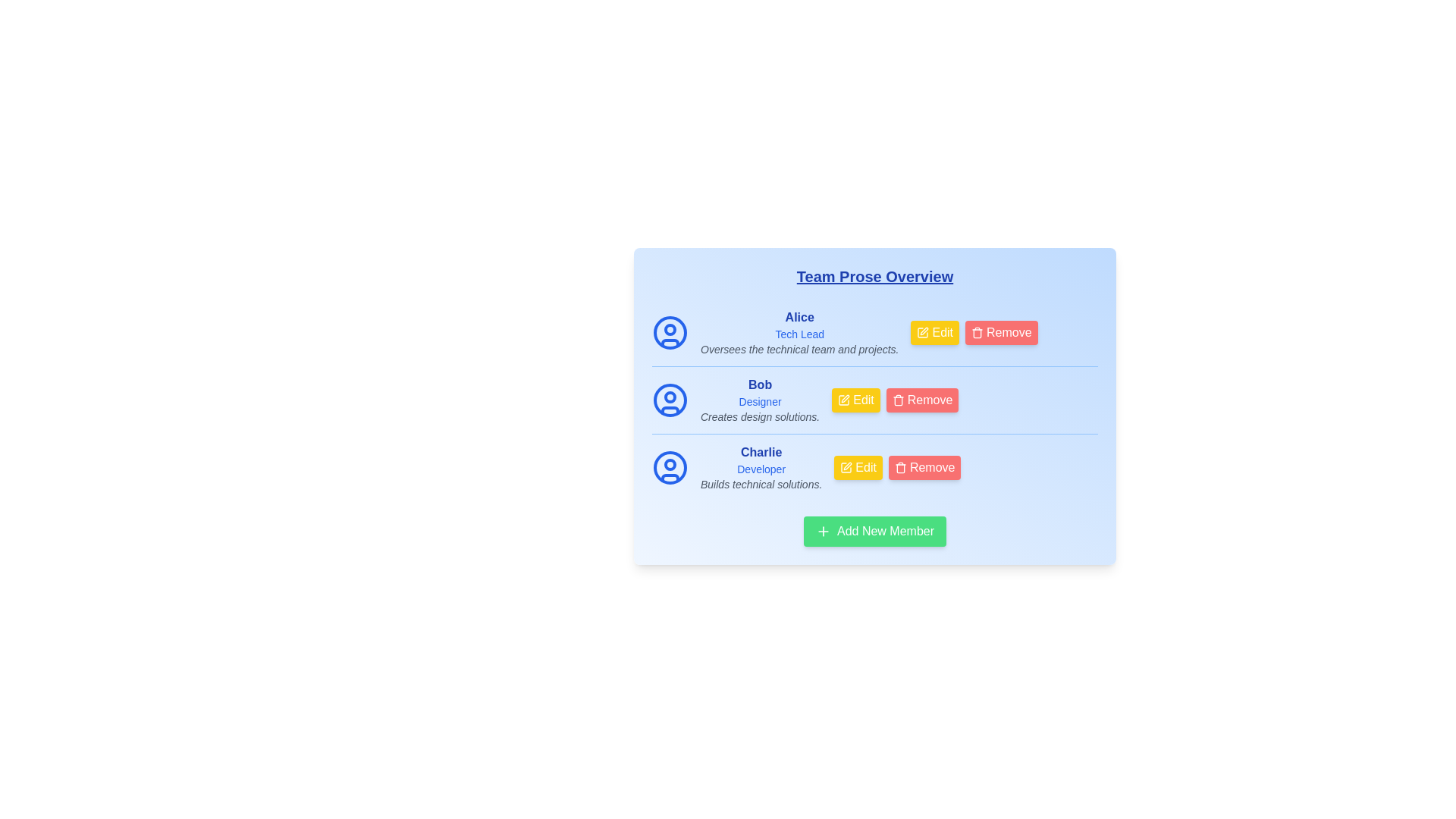 The height and width of the screenshot is (819, 1456). What do you see at coordinates (669, 467) in the screenshot?
I see `the SVG icon representing the user profile of 'Charlie'` at bounding box center [669, 467].